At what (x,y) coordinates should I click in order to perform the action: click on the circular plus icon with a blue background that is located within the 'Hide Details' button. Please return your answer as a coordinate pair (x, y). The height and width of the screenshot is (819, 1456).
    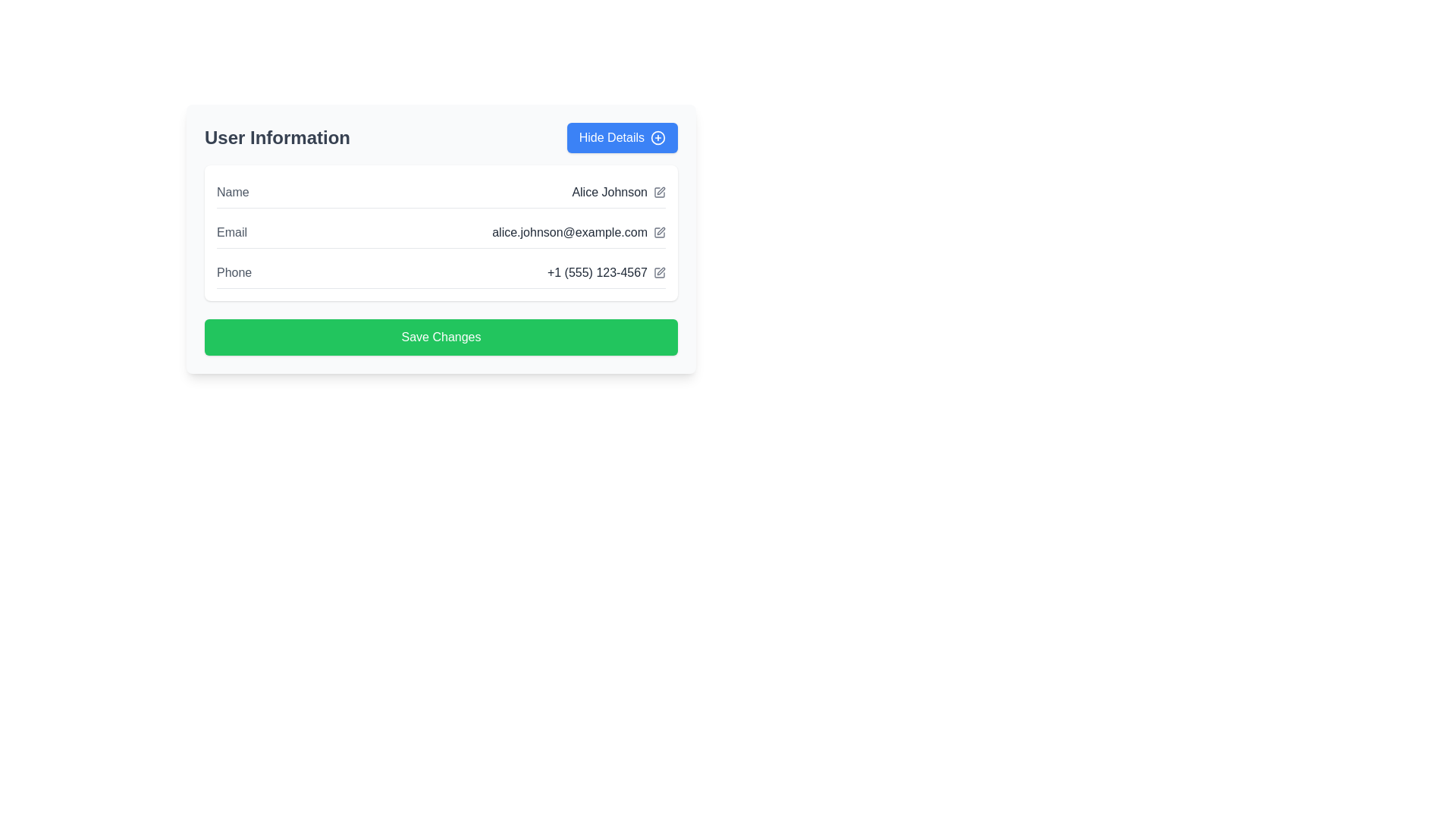
    Looking at the image, I should click on (658, 137).